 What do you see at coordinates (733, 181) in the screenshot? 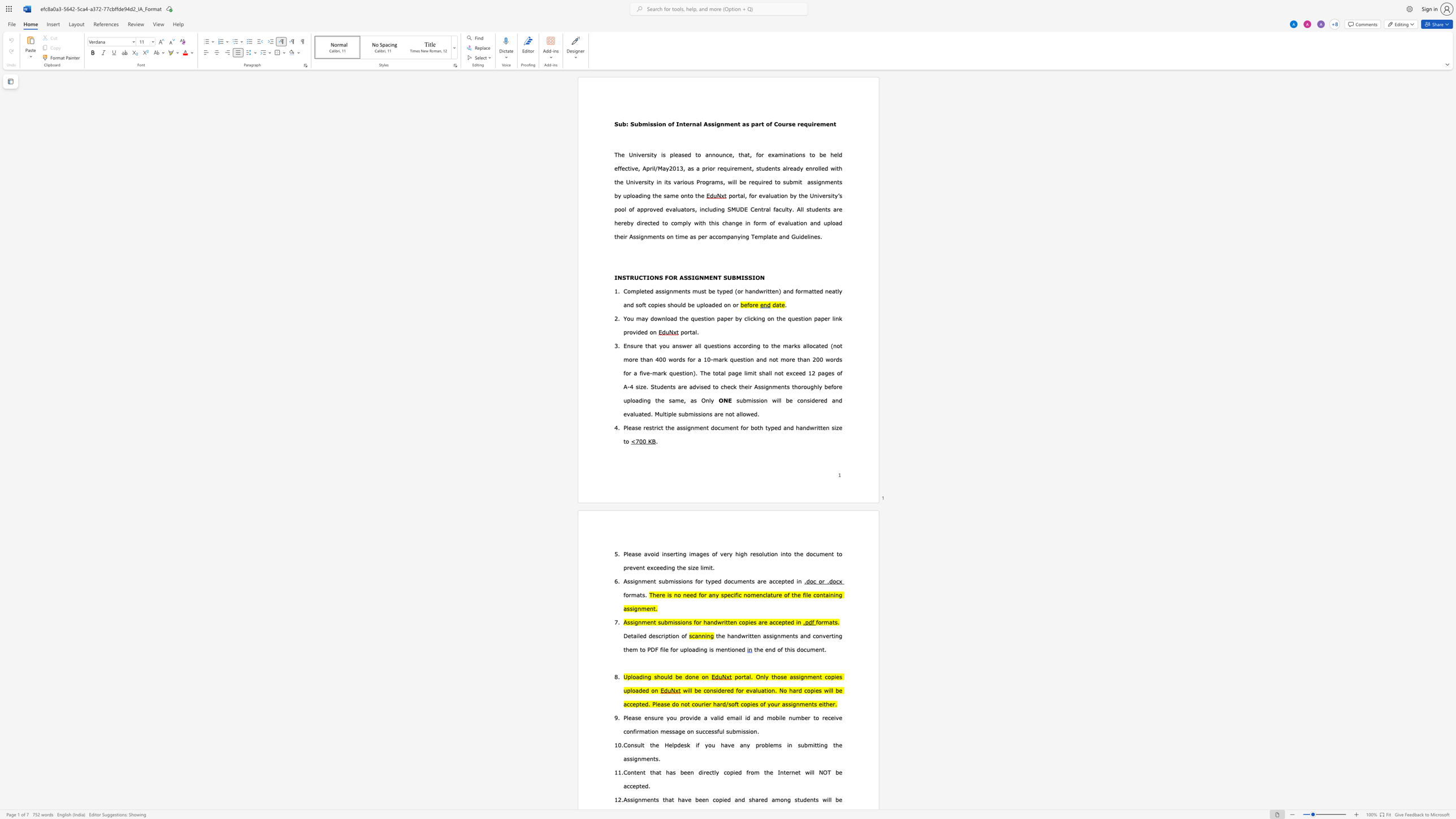
I see `the space between the continuous character "i" and "l" in the text` at bounding box center [733, 181].